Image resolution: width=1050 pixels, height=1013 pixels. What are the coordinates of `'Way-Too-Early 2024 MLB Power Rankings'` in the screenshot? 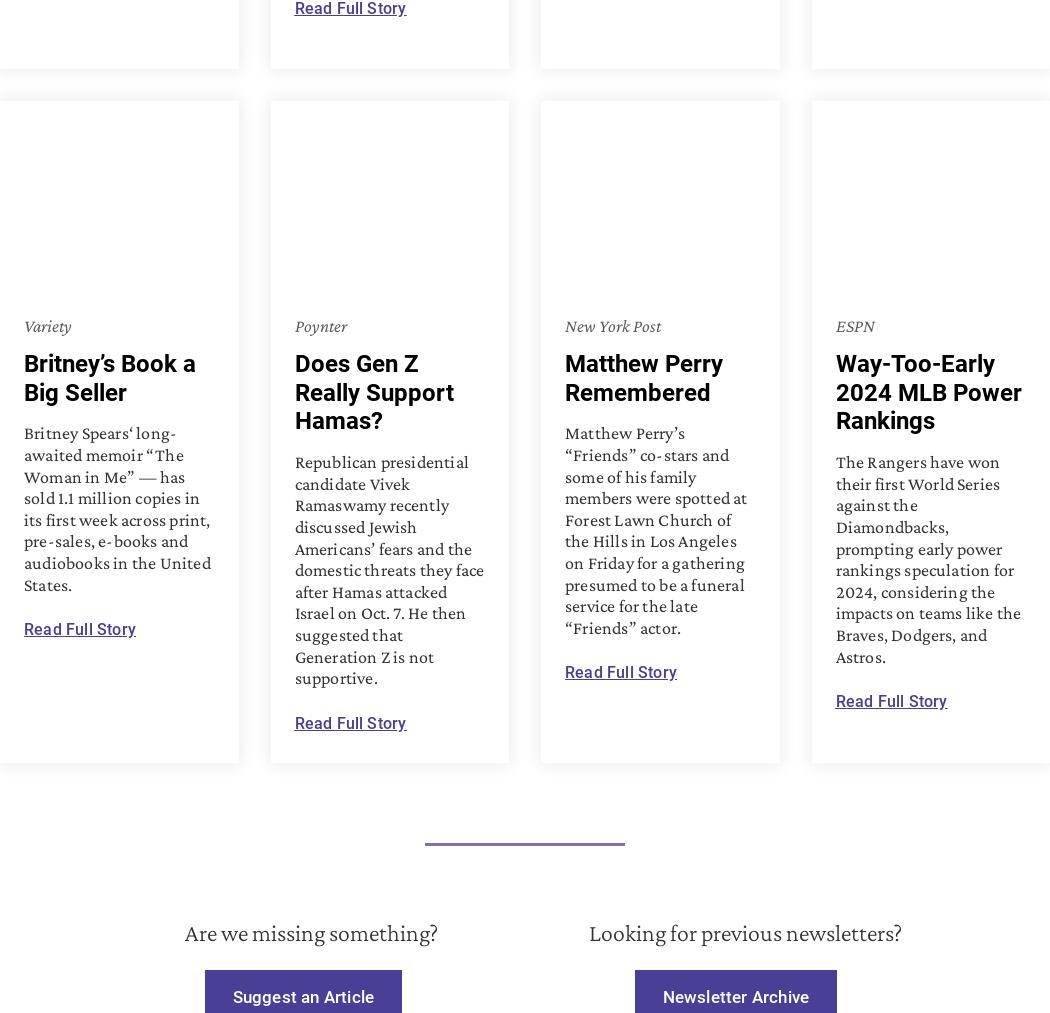 It's located at (927, 392).